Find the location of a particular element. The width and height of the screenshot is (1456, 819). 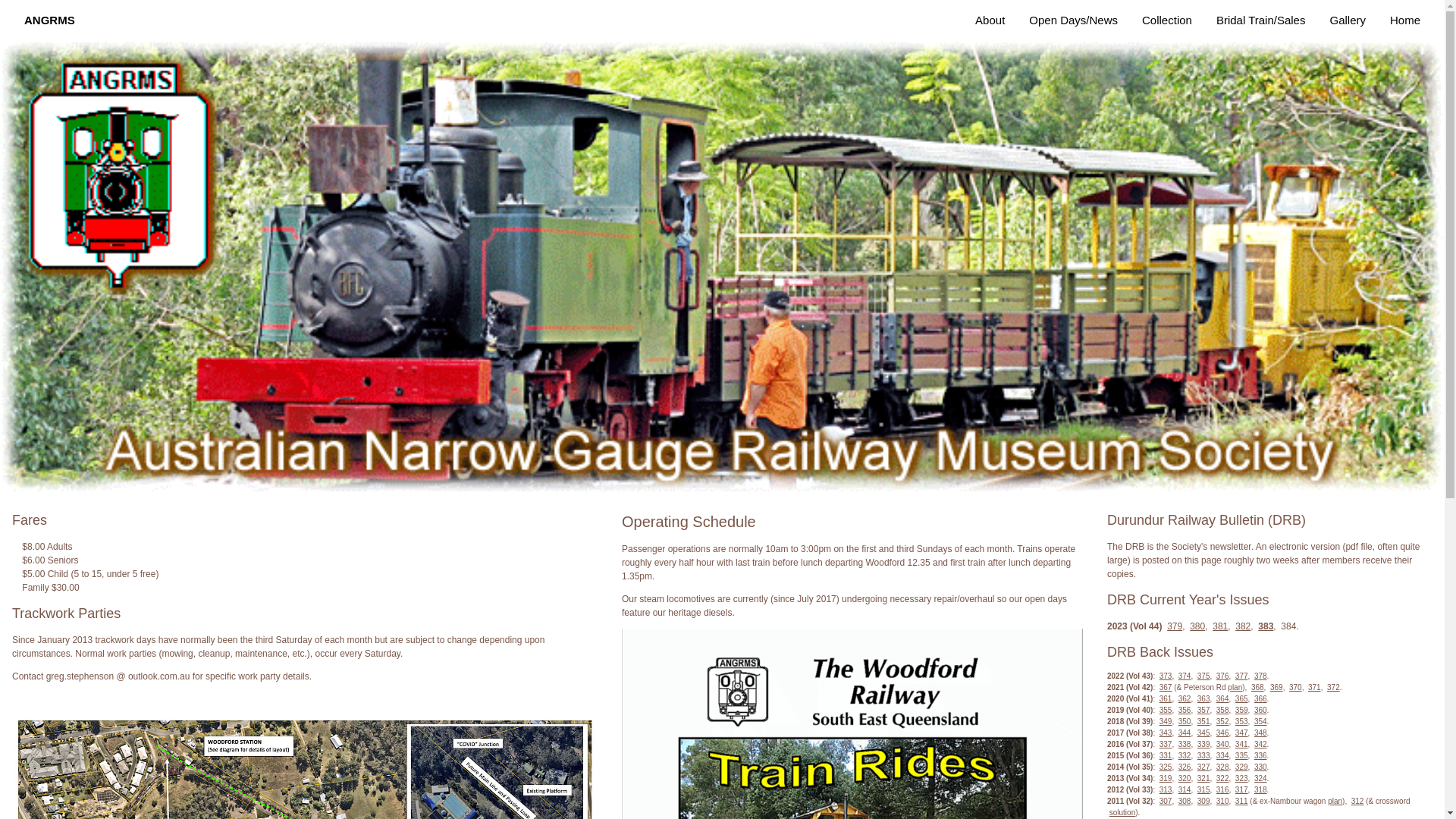

'377' is located at coordinates (1241, 675).